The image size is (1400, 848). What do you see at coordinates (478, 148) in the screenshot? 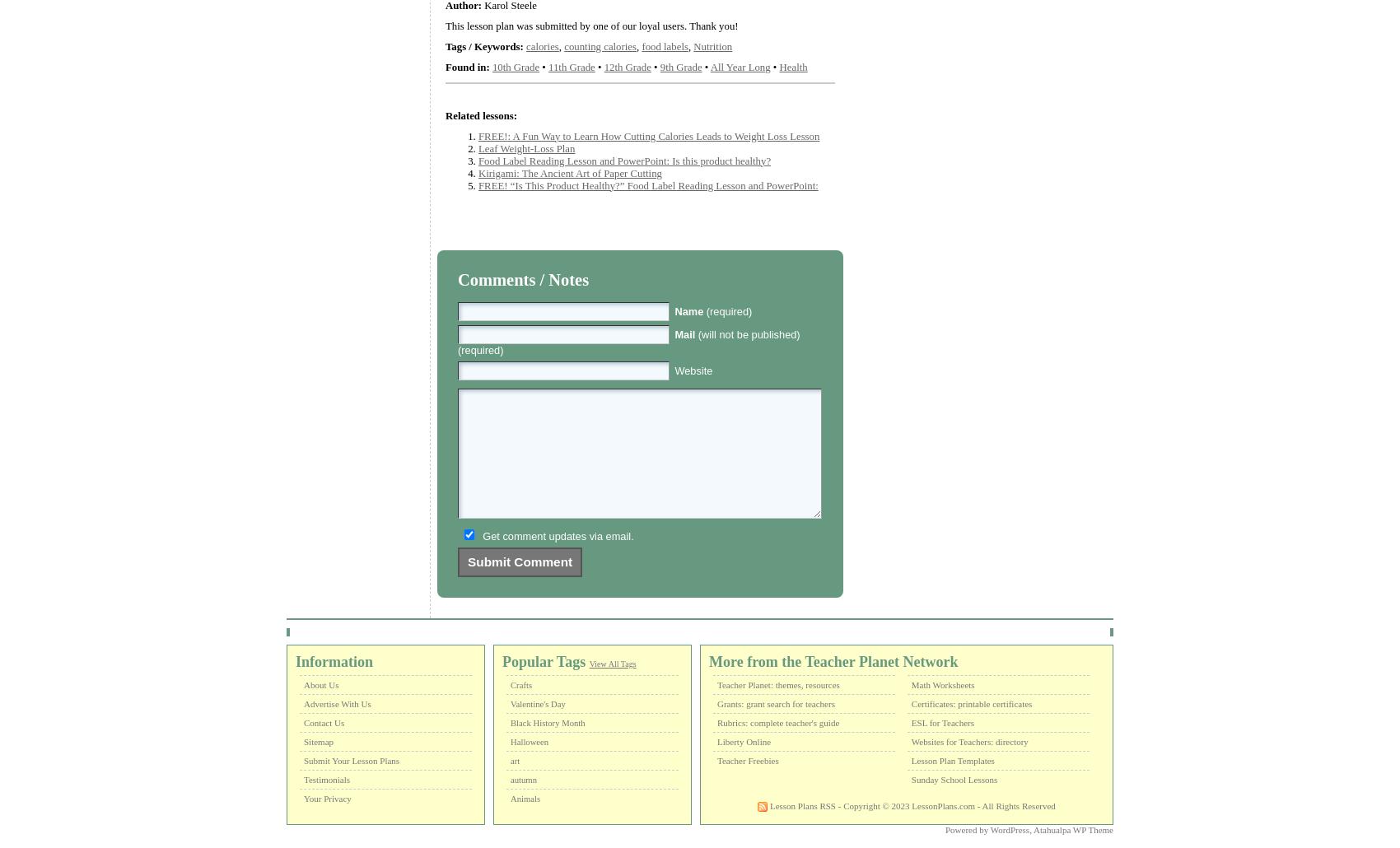
I see `'Leaf Weight-Loss Plan'` at bounding box center [478, 148].